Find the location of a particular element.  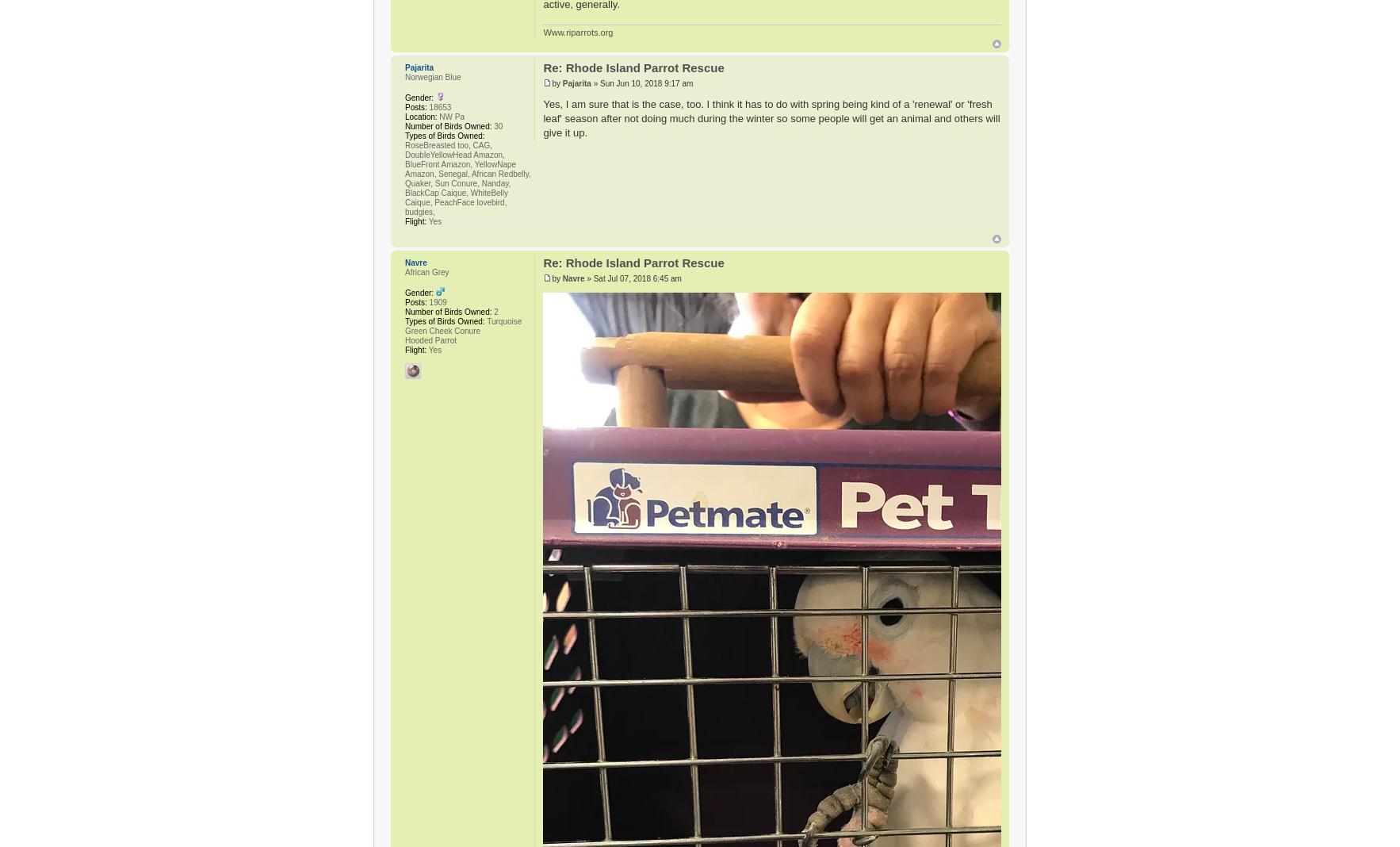

'Hooded Parrot' is located at coordinates (430, 339).